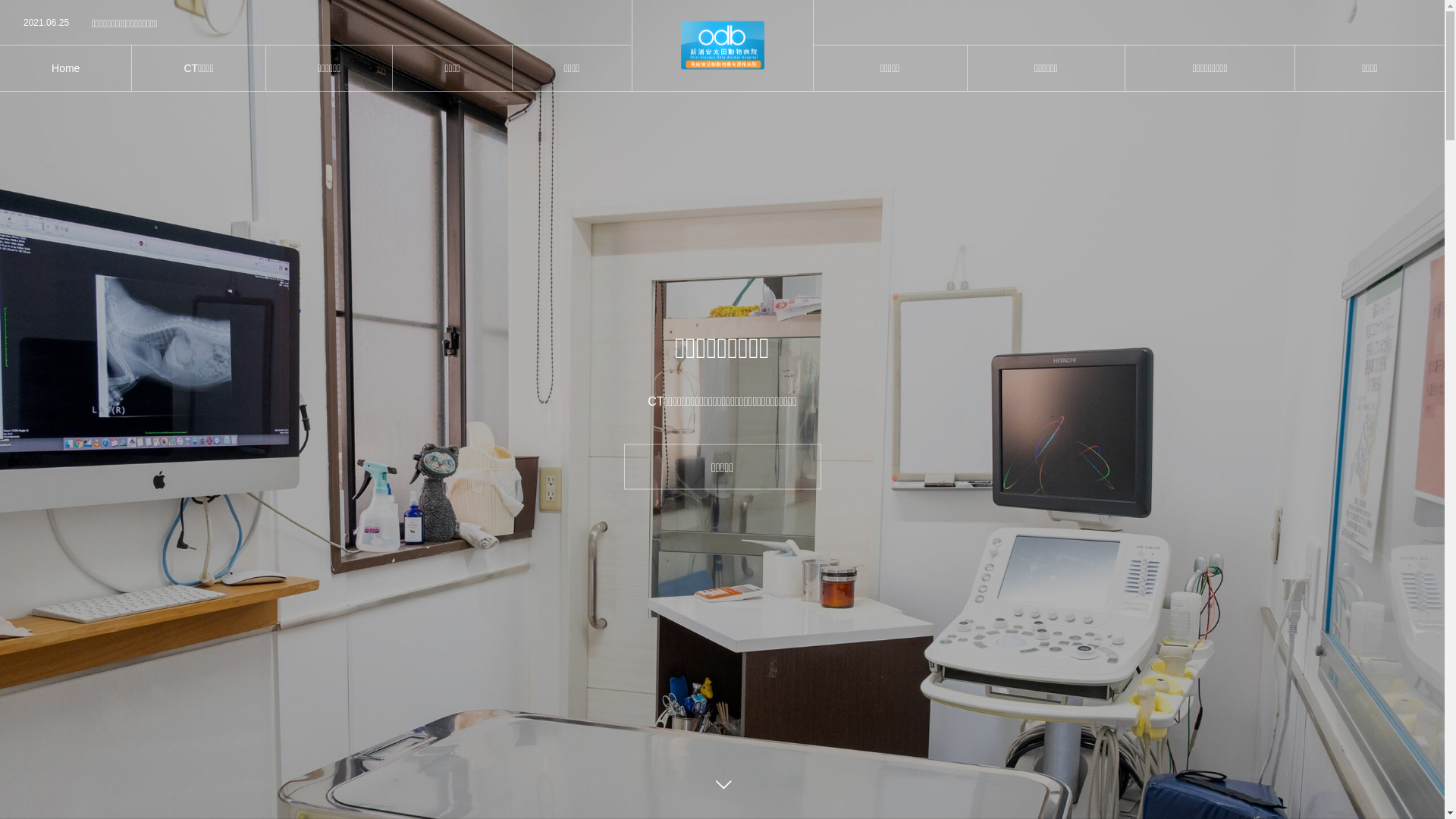 This screenshot has width=1456, height=819. I want to click on 'Home', so click(0, 67).